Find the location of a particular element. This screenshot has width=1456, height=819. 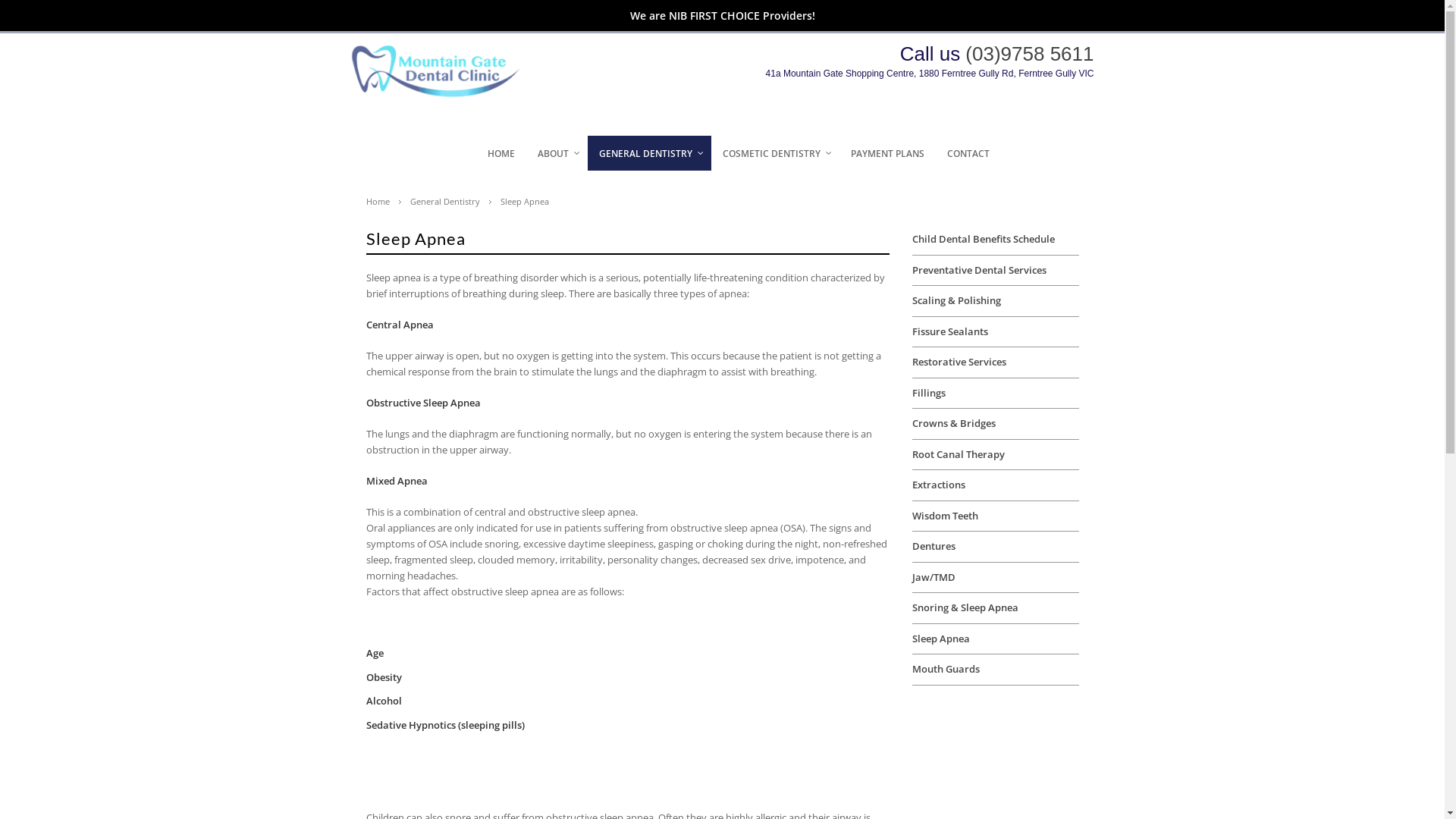

'Crowns & Bridges' is located at coordinates (952, 423).